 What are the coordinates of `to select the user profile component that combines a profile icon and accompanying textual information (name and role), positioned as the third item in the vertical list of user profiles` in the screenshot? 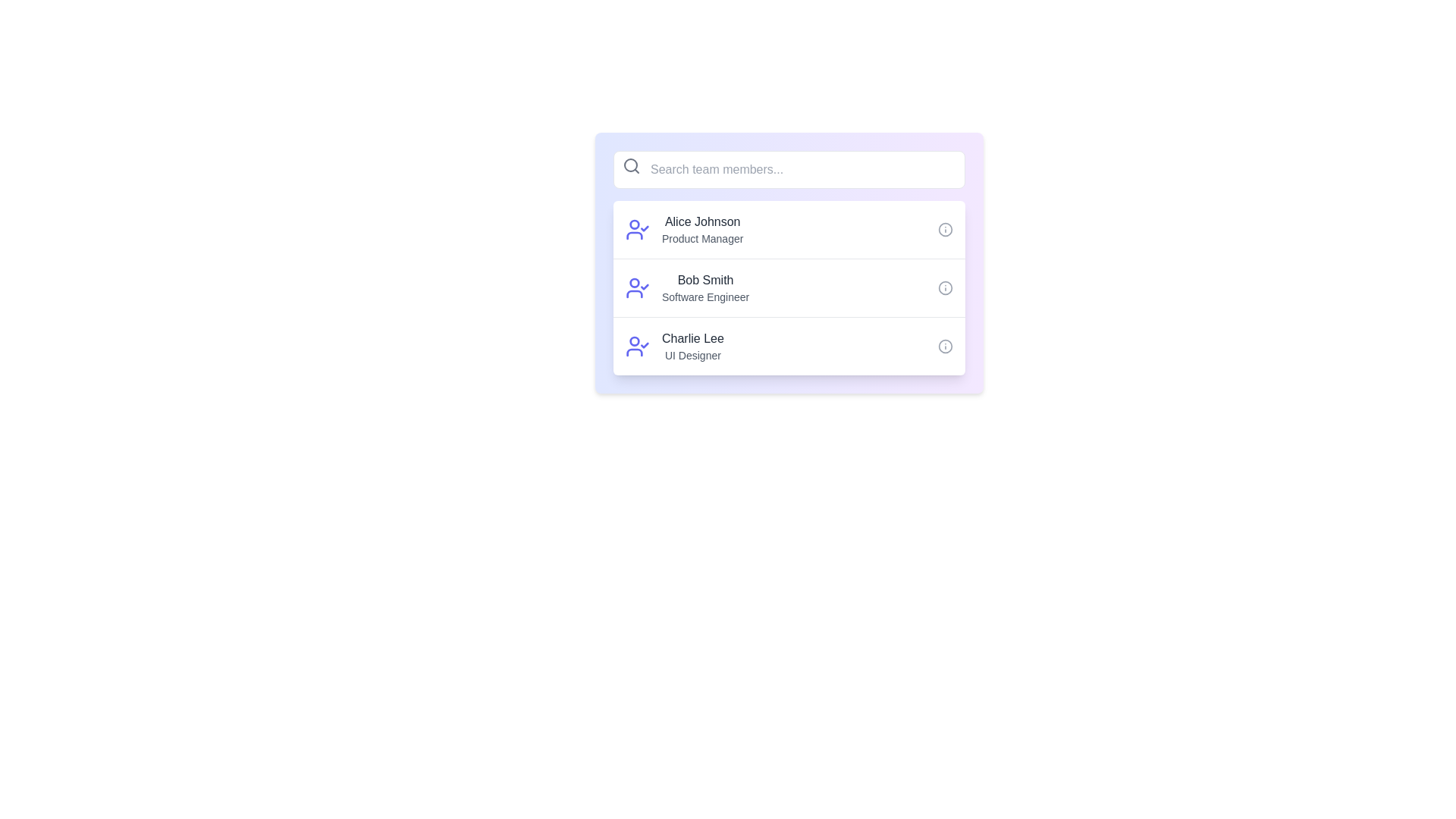 It's located at (673, 346).